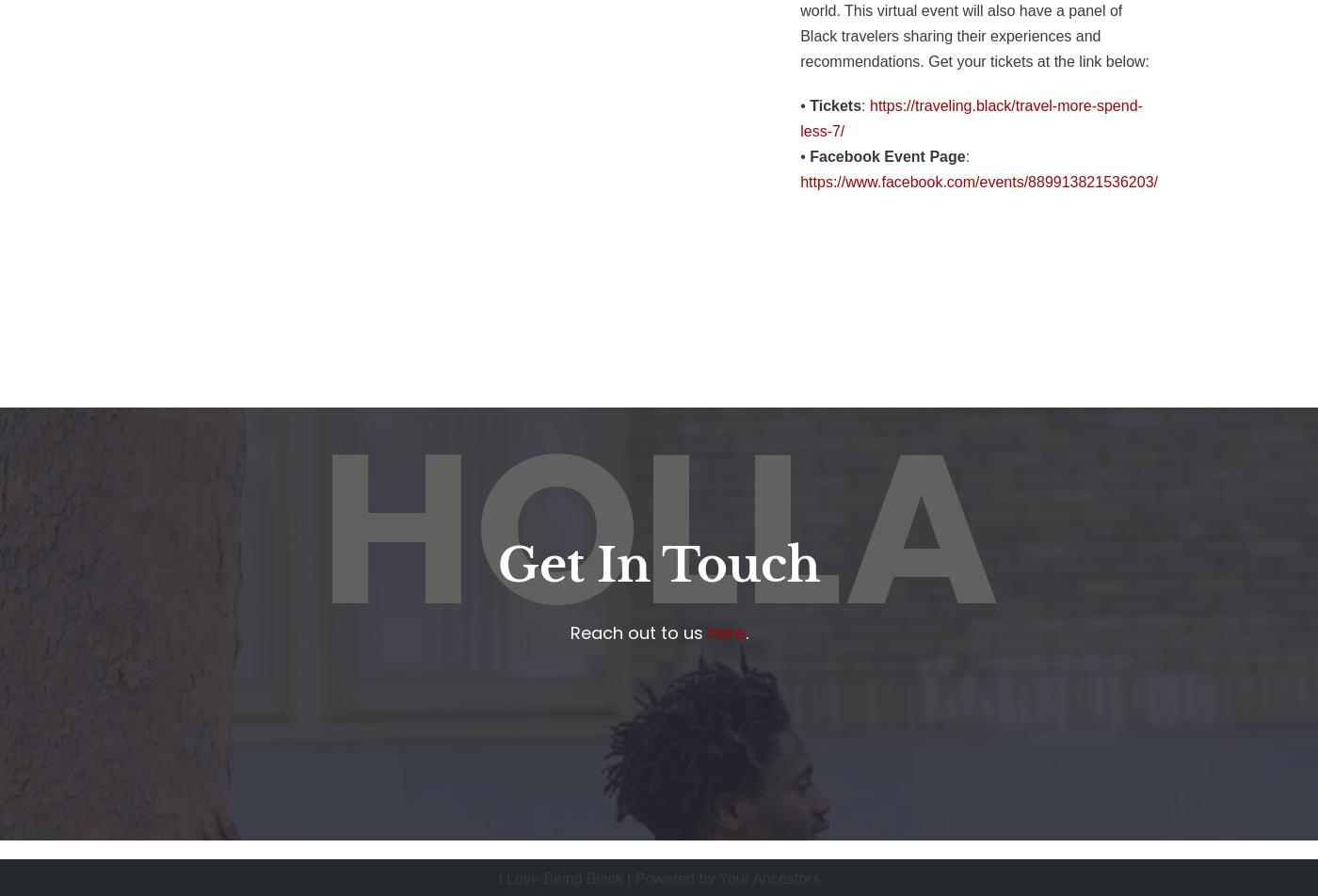 The width and height of the screenshot is (1318, 896). Describe the element at coordinates (887, 155) in the screenshot. I see `'Facebook Event Page'` at that location.